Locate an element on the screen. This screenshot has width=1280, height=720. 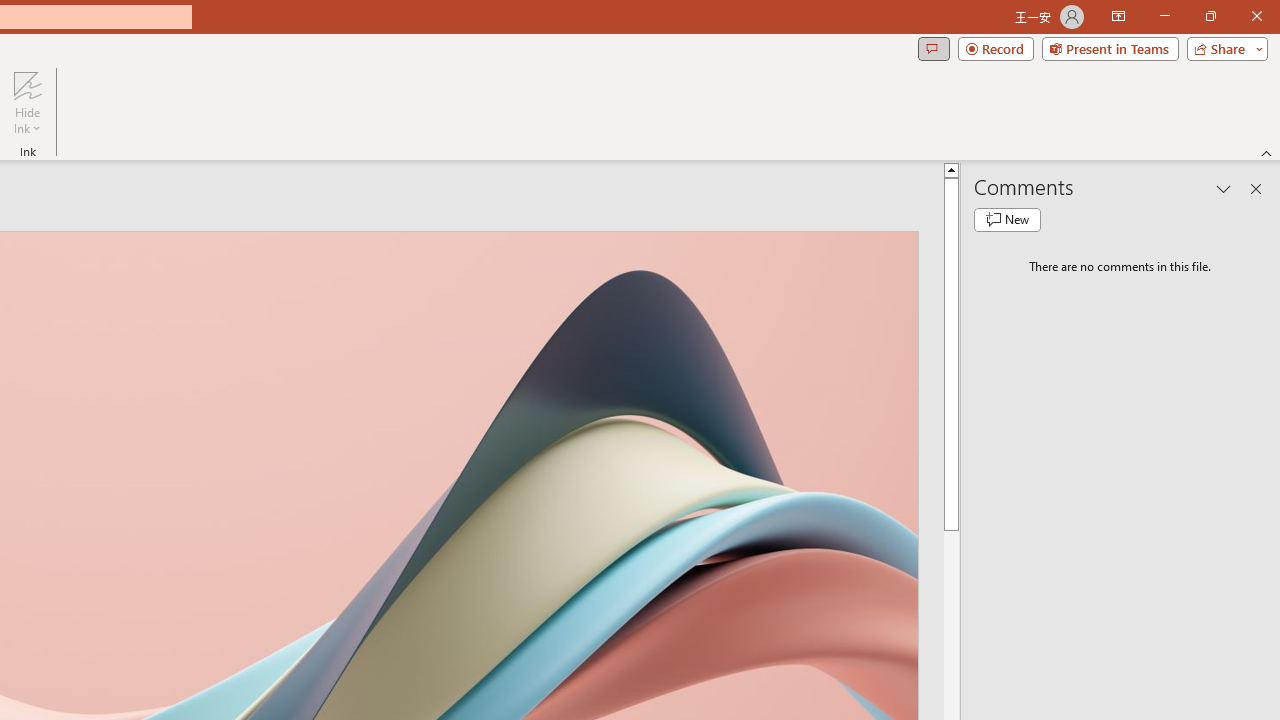
'New comment' is located at coordinates (1007, 219).